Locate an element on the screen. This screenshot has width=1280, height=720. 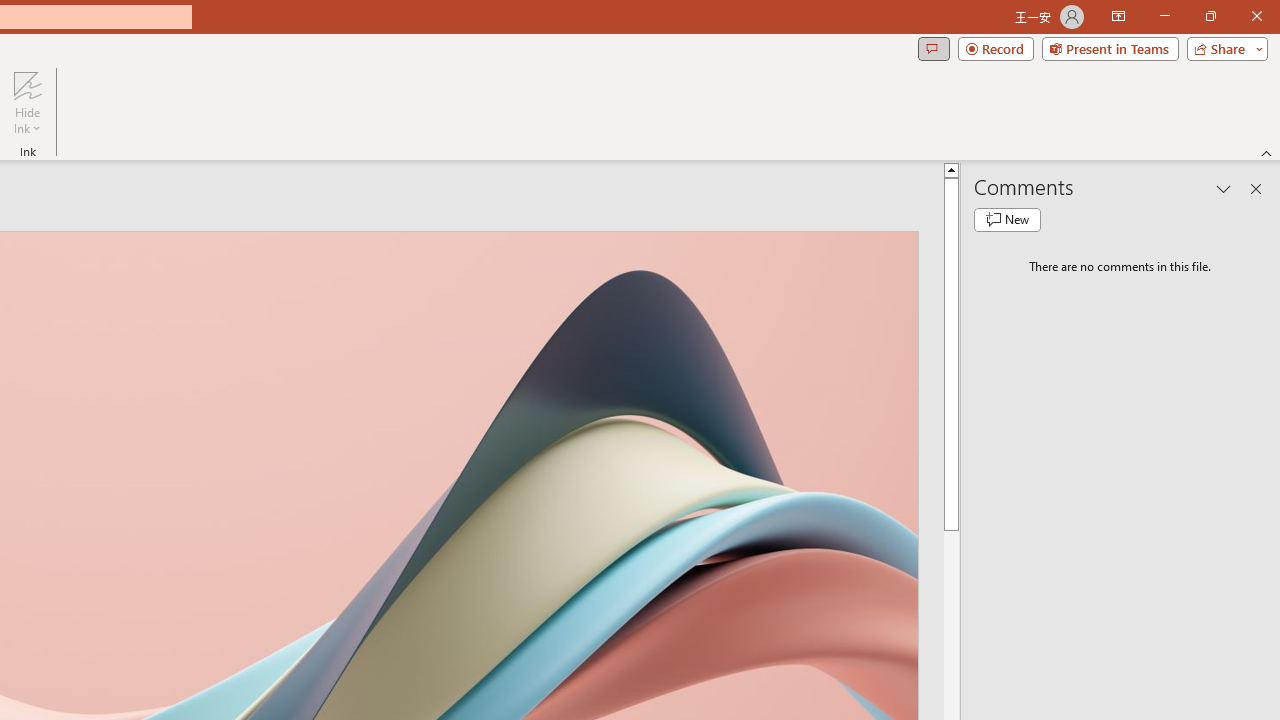
'New comment' is located at coordinates (1007, 219).